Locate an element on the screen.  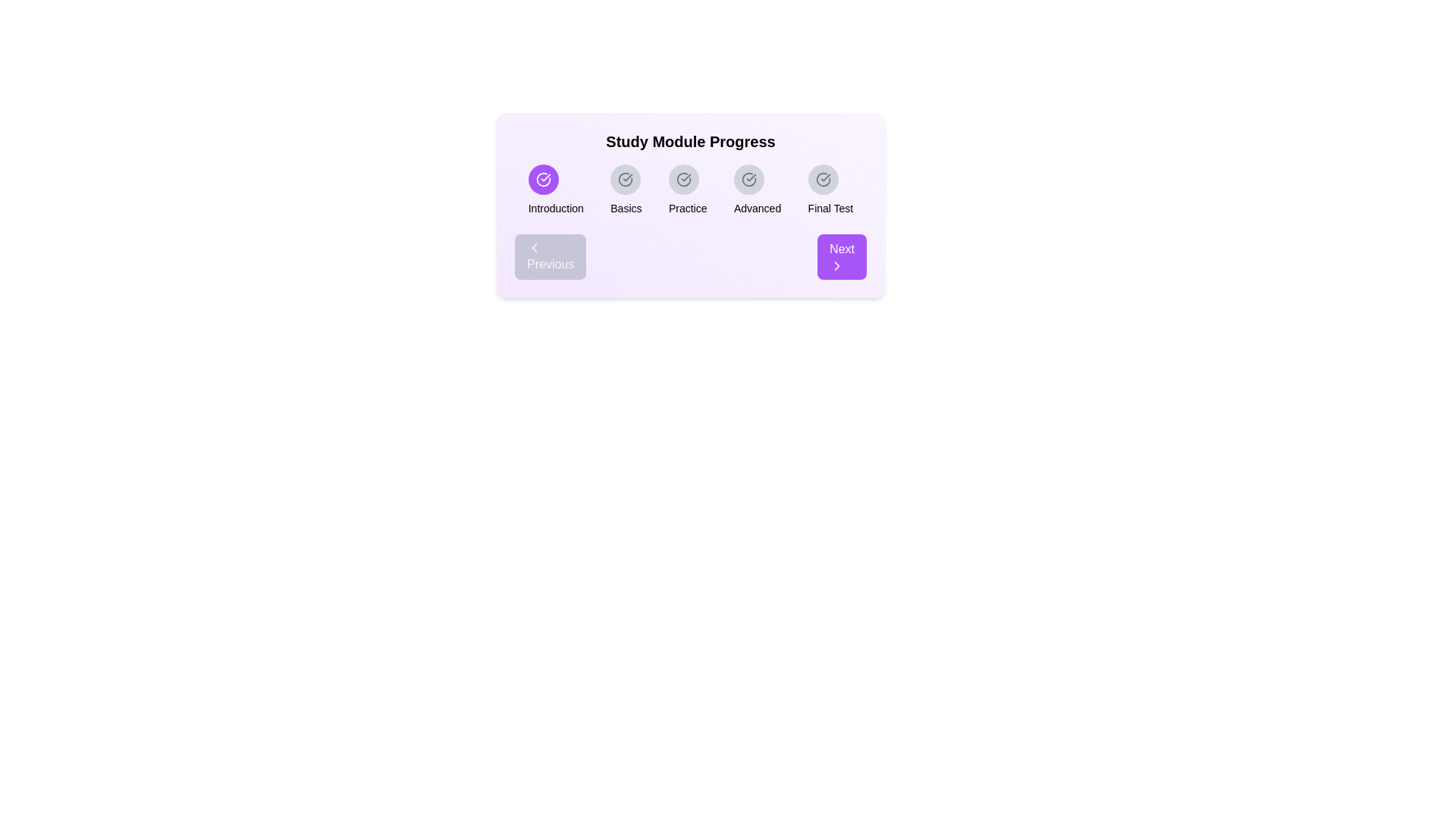
the round button in the Progress Tracker corresponding to the module is located at coordinates (690, 189).